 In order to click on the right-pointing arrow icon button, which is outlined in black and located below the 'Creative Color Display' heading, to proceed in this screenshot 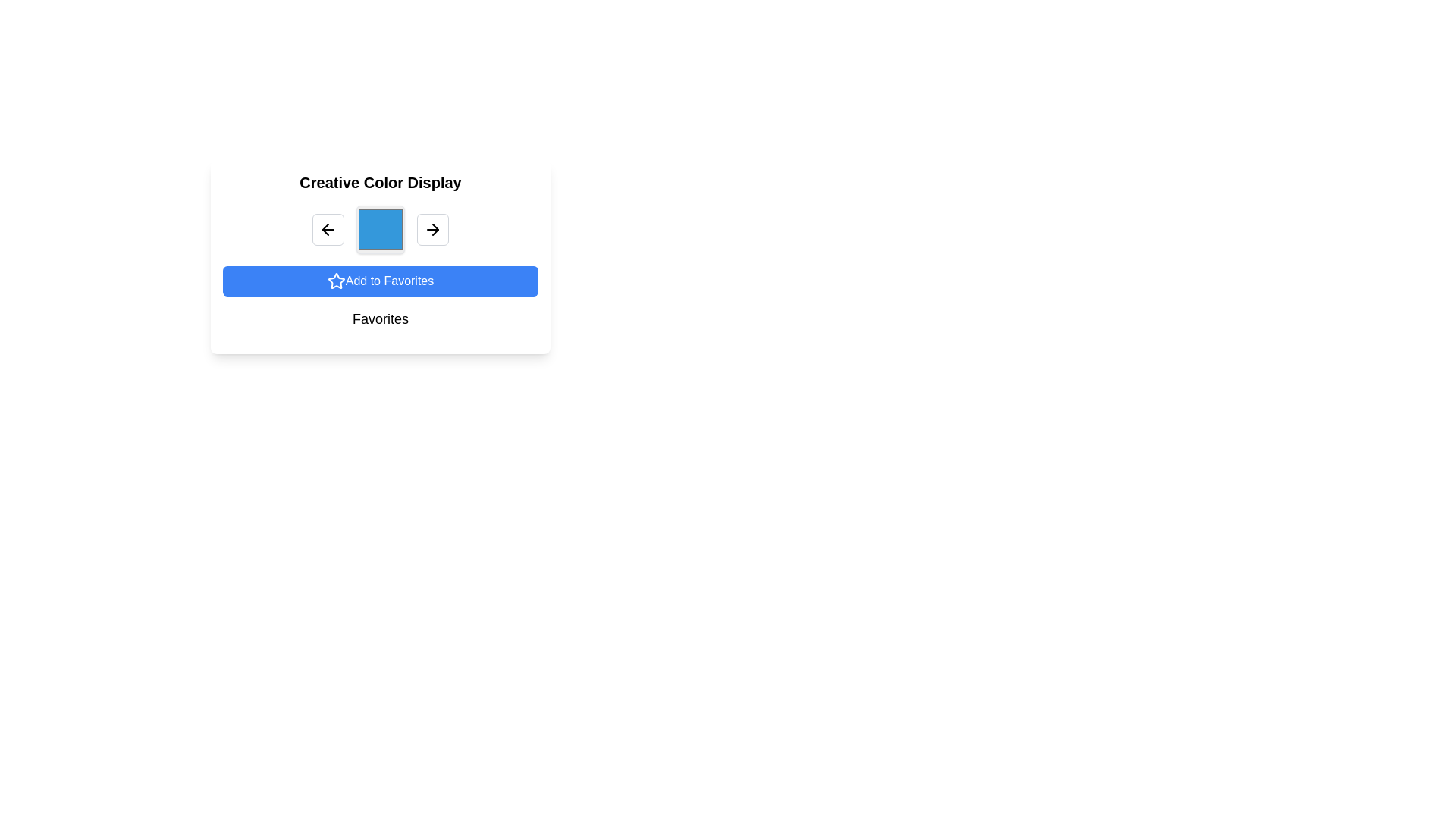, I will do `click(432, 230)`.